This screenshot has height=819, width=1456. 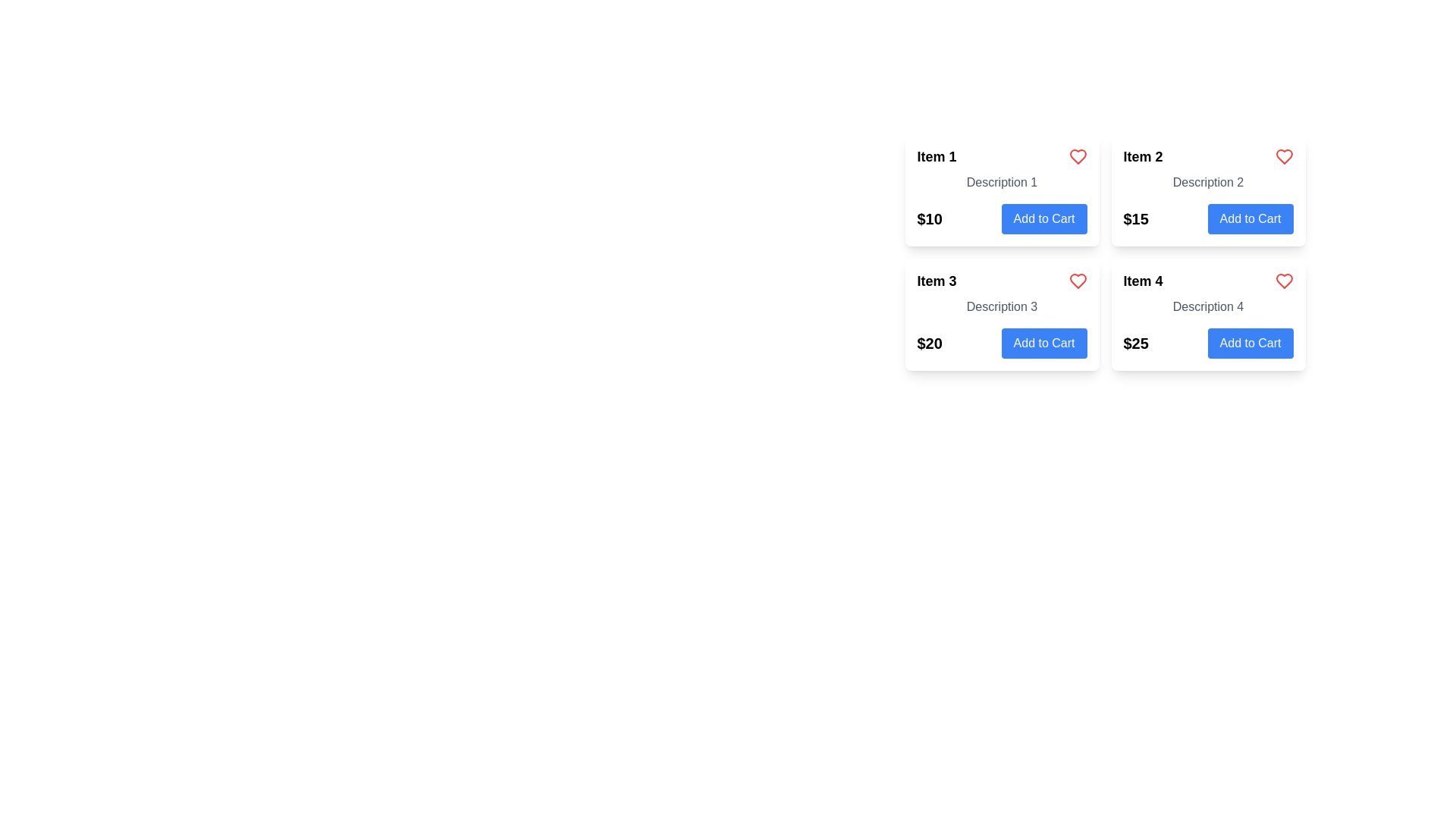 I want to click on the Text label displaying 'Description 3' in medium gray color, centrally aligned within the third card of the second row in the grid layout, so click(x=1002, y=307).